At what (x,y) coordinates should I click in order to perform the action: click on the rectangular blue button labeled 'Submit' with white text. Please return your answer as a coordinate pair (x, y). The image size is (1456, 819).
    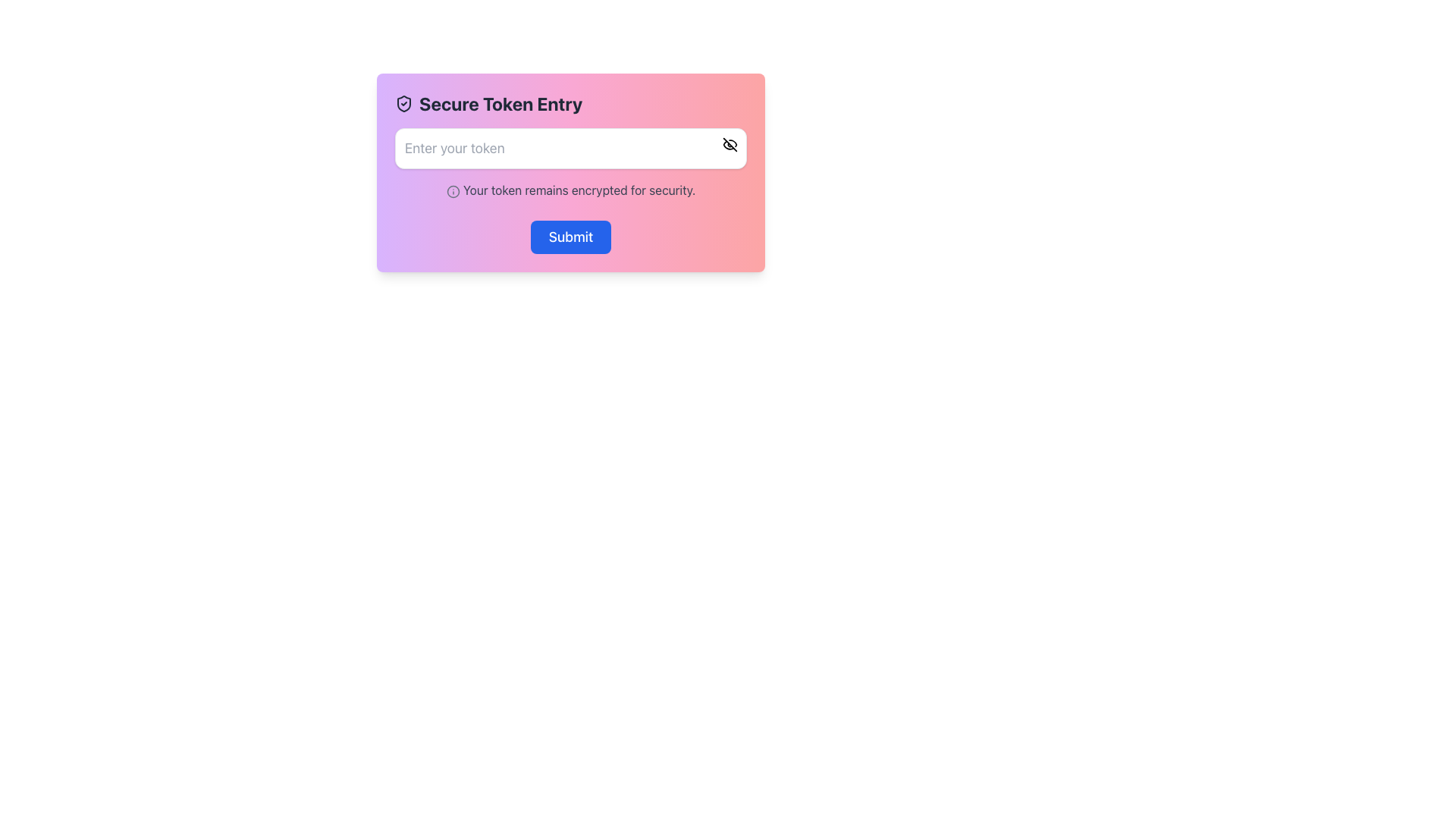
    Looking at the image, I should click on (570, 237).